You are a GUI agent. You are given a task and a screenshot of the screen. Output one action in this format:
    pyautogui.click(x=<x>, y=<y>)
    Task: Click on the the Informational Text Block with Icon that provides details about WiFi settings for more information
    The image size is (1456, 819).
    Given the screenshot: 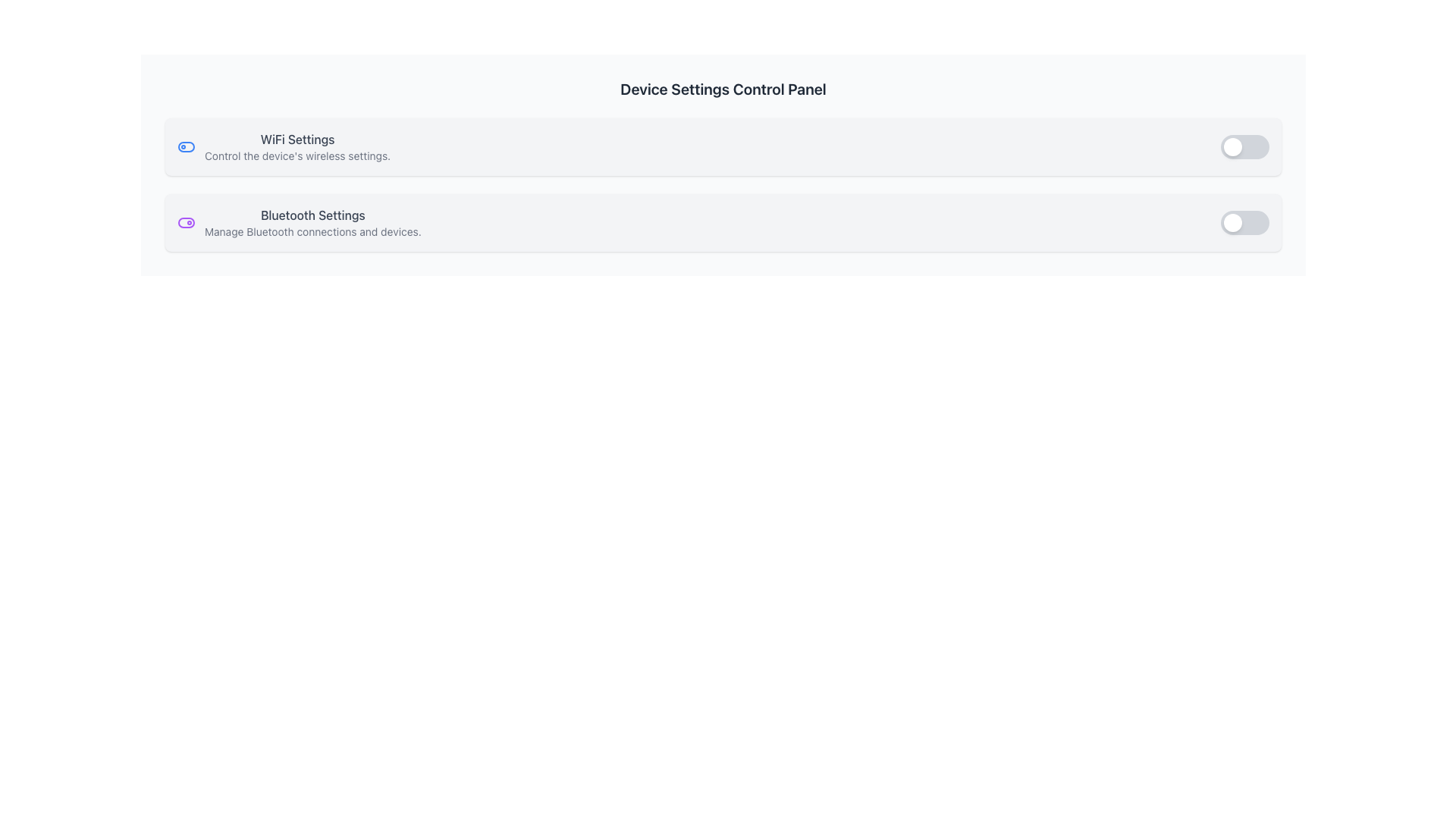 What is the action you would take?
    pyautogui.click(x=284, y=146)
    